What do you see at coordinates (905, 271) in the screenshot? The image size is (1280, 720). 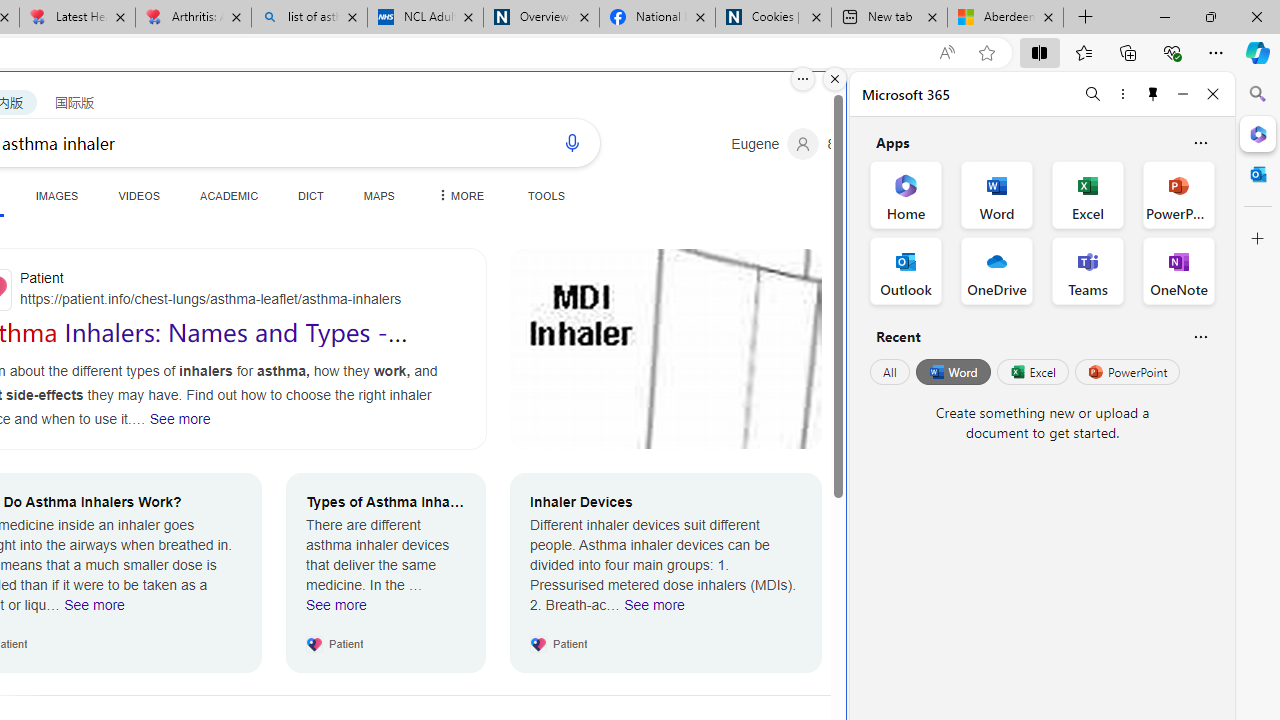 I see `'Outlook Office App'` at bounding box center [905, 271].